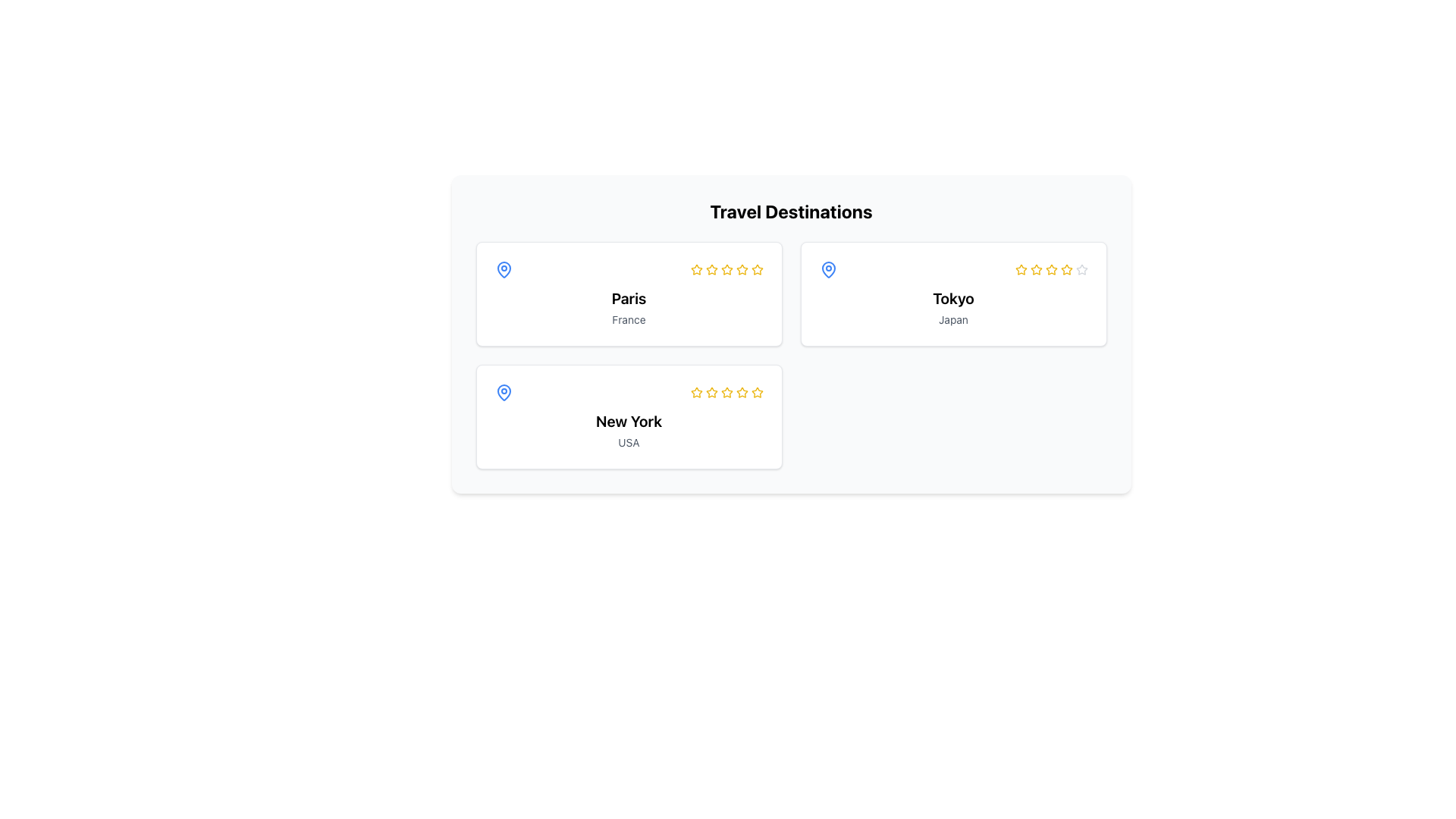 This screenshot has height=819, width=1456. Describe the element at coordinates (1065, 268) in the screenshot. I see `the fifth star in the rating row under the 'Tokyo, Japan' card` at that location.